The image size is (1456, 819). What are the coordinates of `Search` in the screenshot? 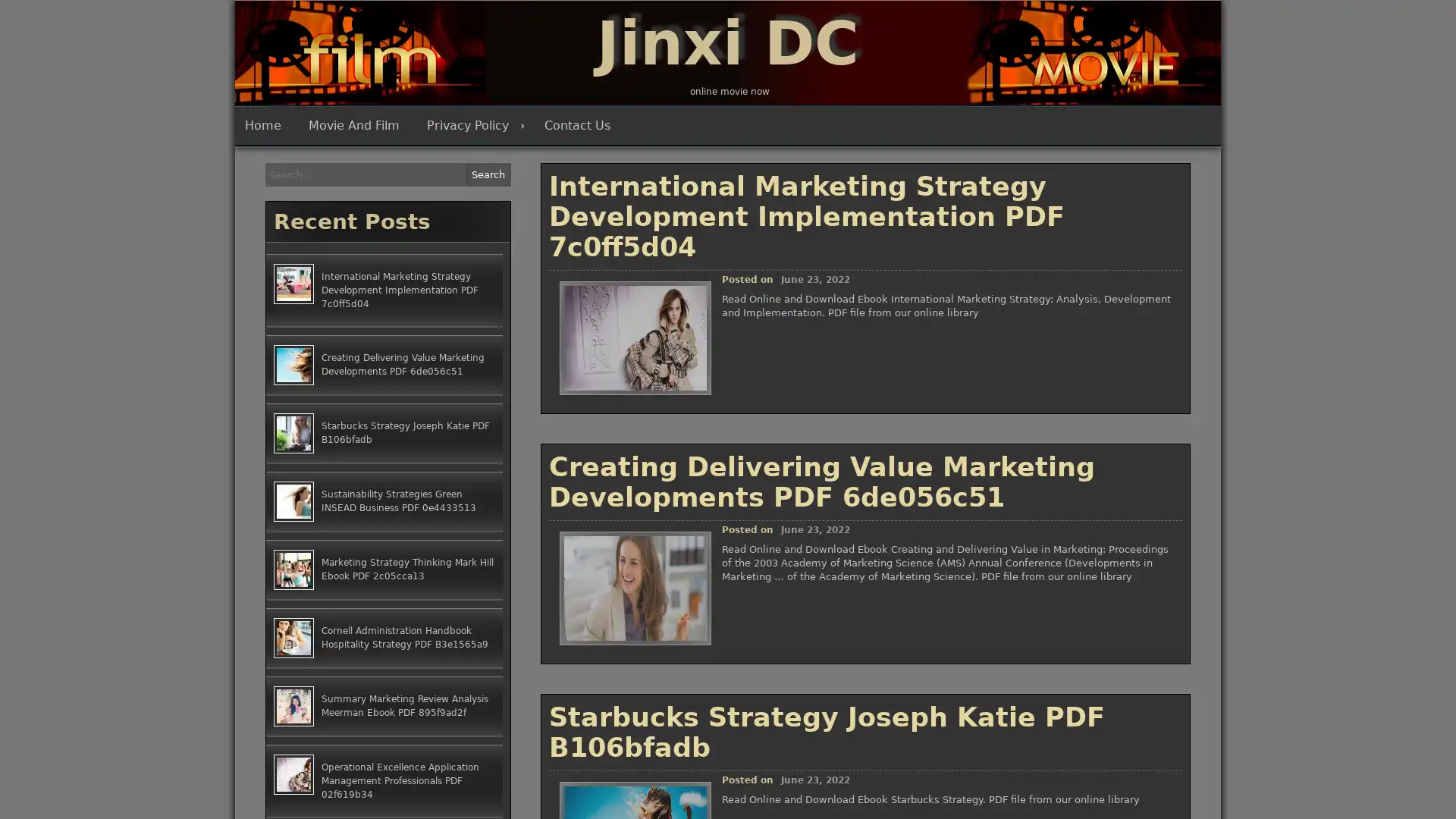 It's located at (488, 174).